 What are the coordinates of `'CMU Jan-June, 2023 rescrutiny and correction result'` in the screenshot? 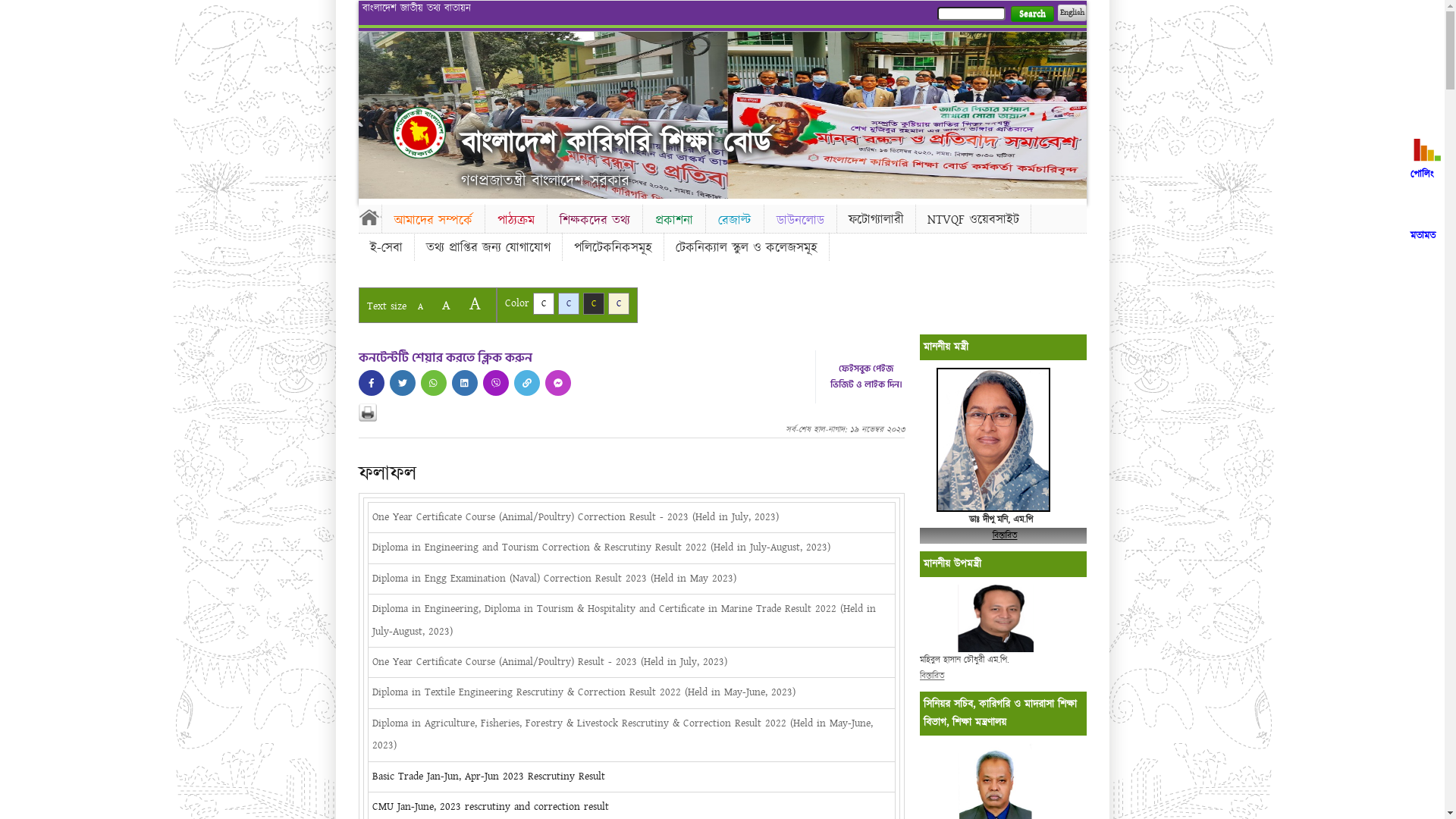 It's located at (371, 806).